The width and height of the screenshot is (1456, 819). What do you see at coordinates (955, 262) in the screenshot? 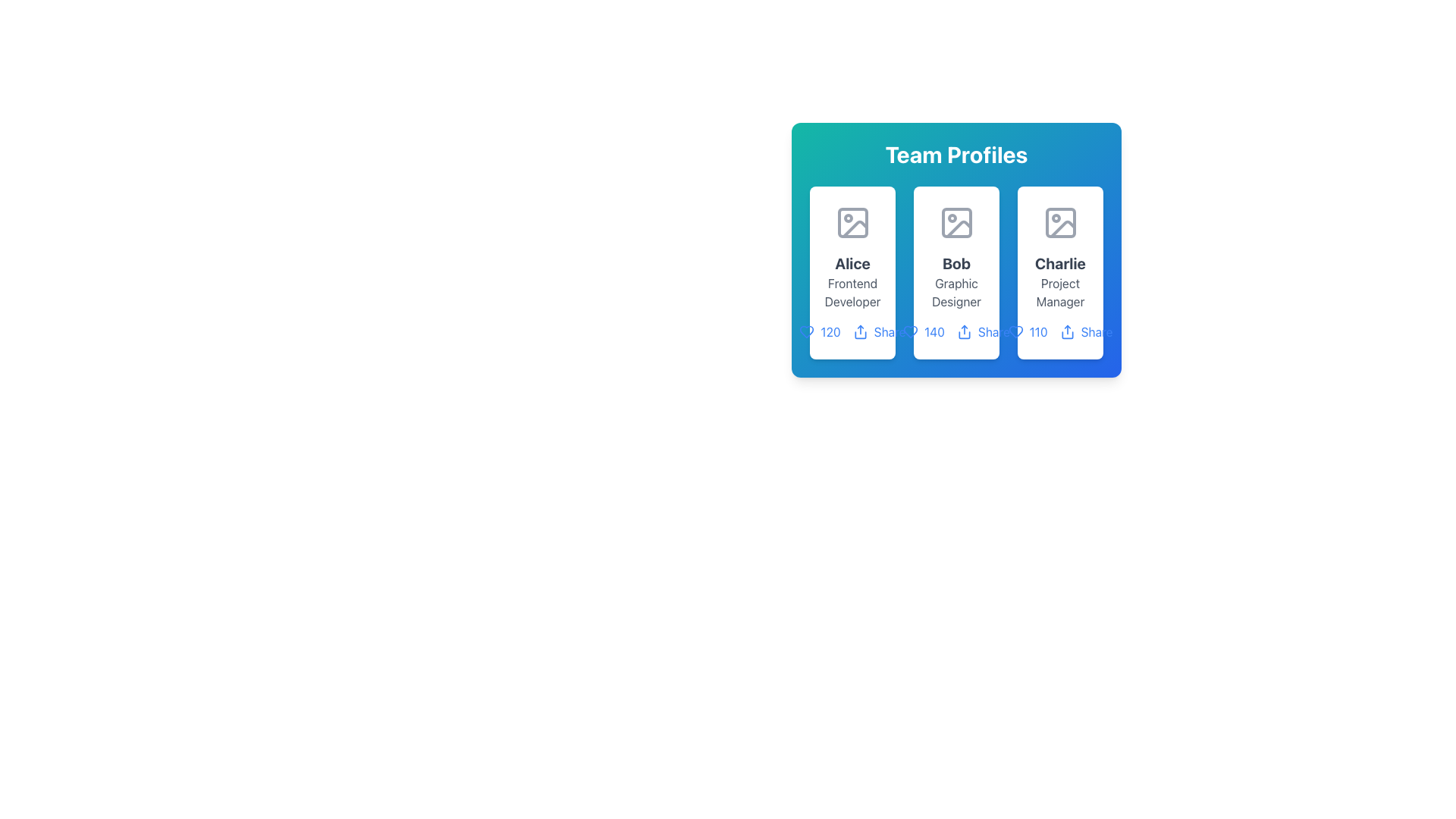
I see `the text label displaying the name 'Bob', which is positioned at the top center of the profile card in the 'Team Profiles' section` at bounding box center [955, 262].